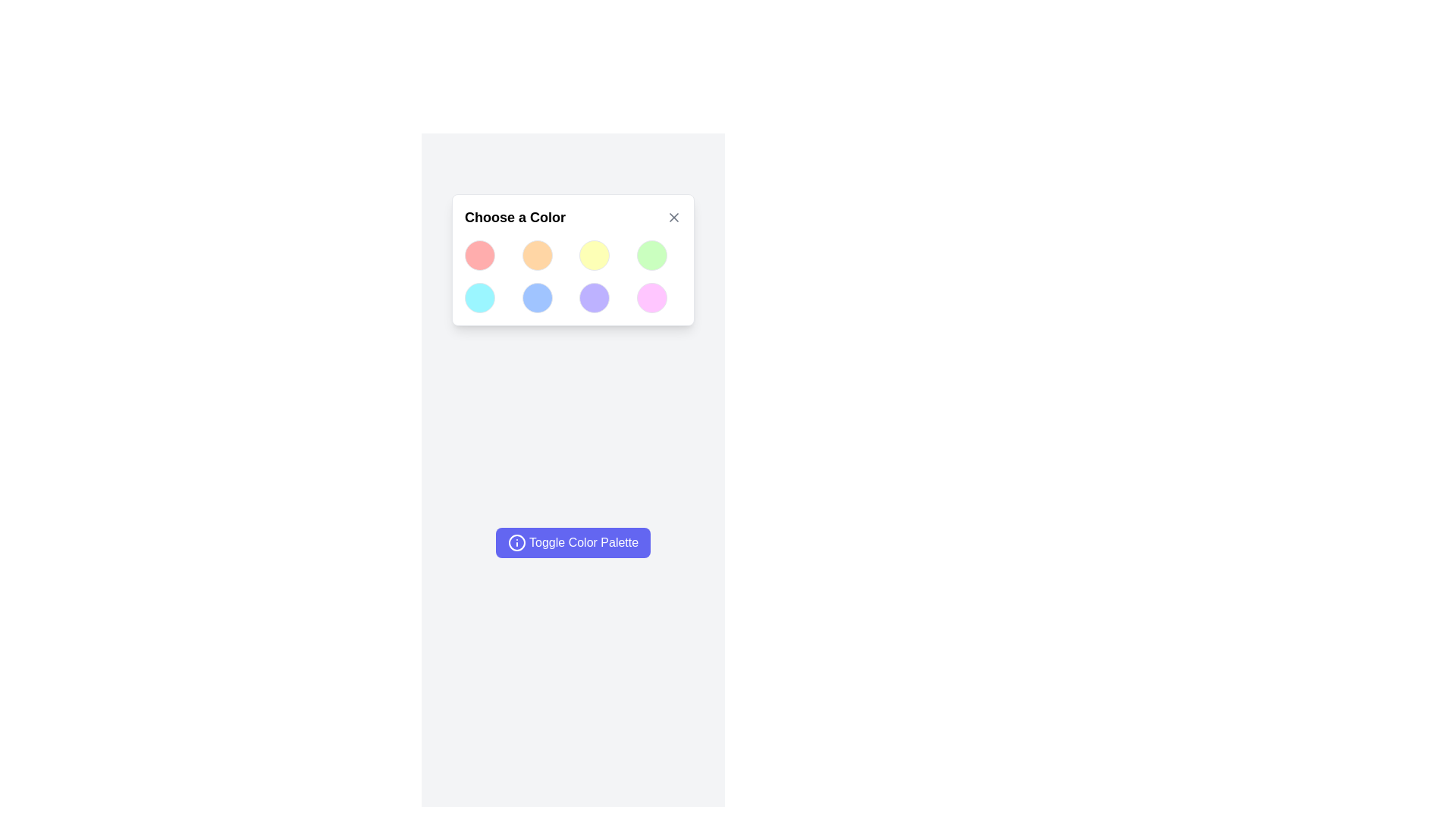 The height and width of the screenshot is (819, 1456). What do you see at coordinates (673, 217) in the screenshot?
I see `the close icon located in the top-right corner of the color selection interface, next to the title 'Choose a Color'` at bounding box center [673, 217].